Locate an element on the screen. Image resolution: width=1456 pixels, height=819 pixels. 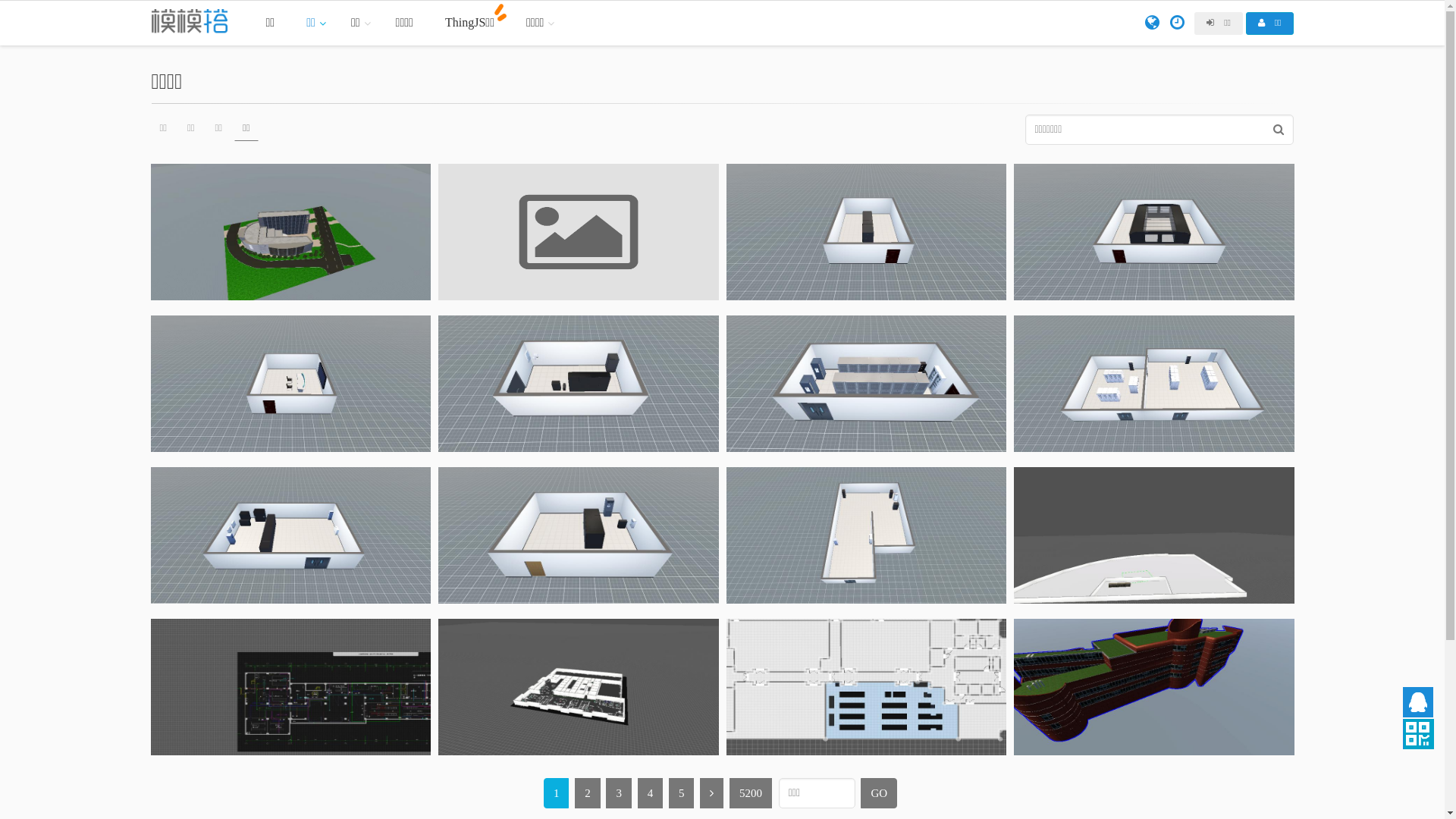
'5200' is located at coordinates (750, 792).